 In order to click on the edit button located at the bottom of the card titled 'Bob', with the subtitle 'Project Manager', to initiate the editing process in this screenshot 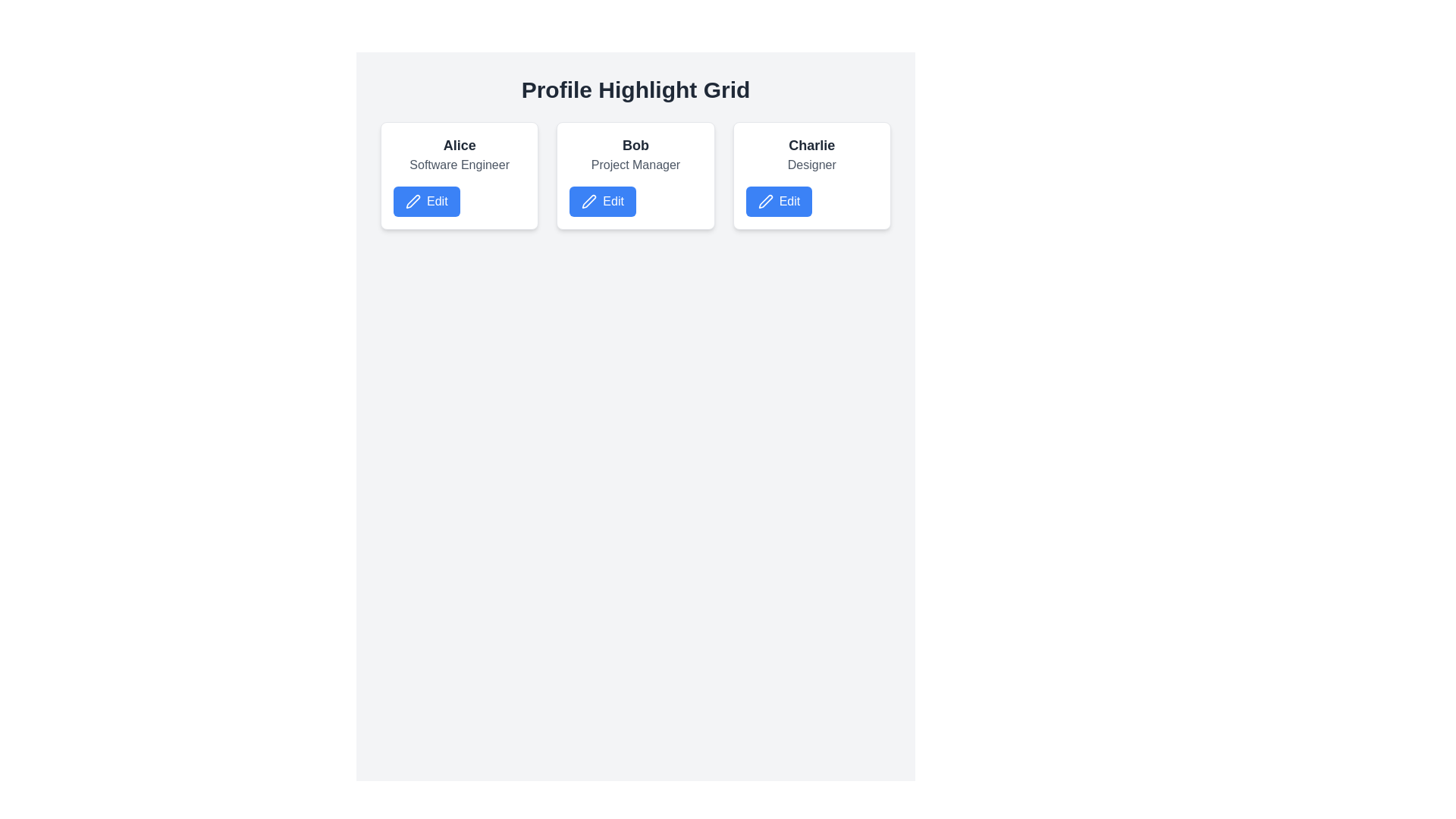, I will do `click(602, 201)`.